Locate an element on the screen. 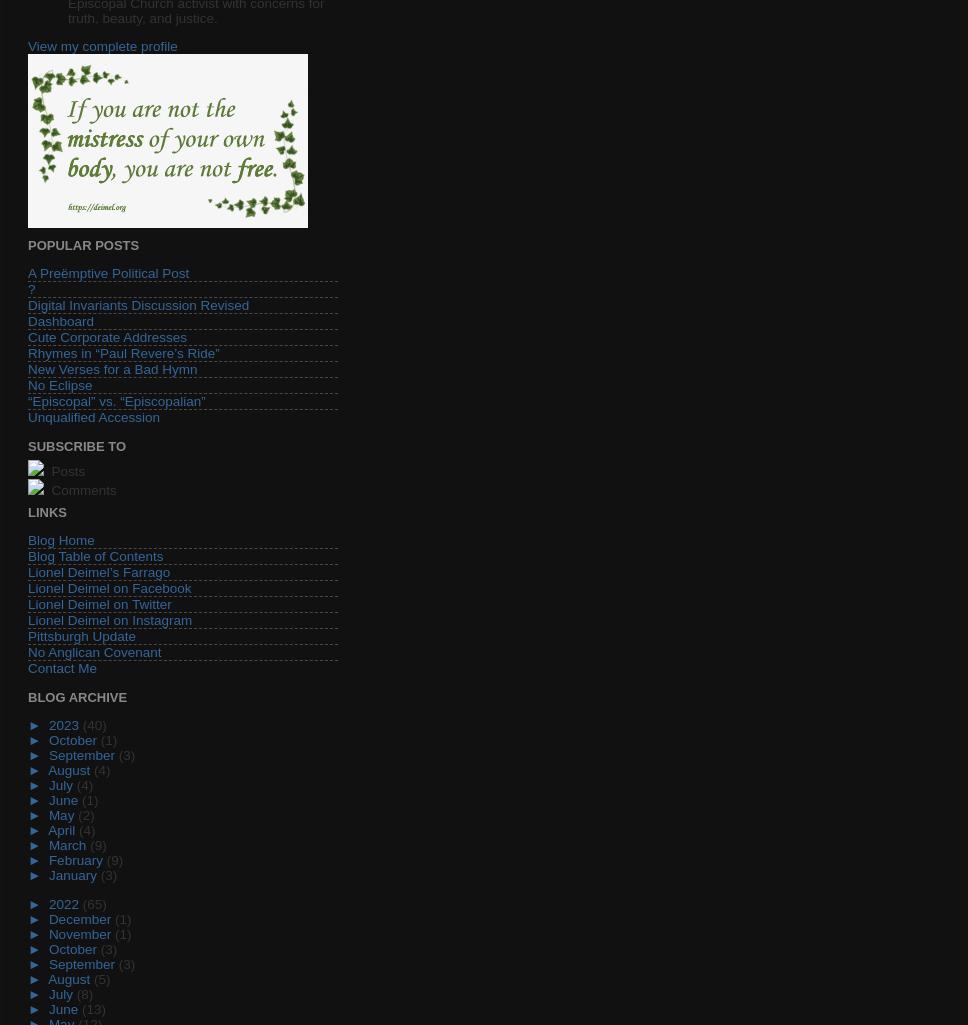  '(8)' is located at coordinates (84, 992).